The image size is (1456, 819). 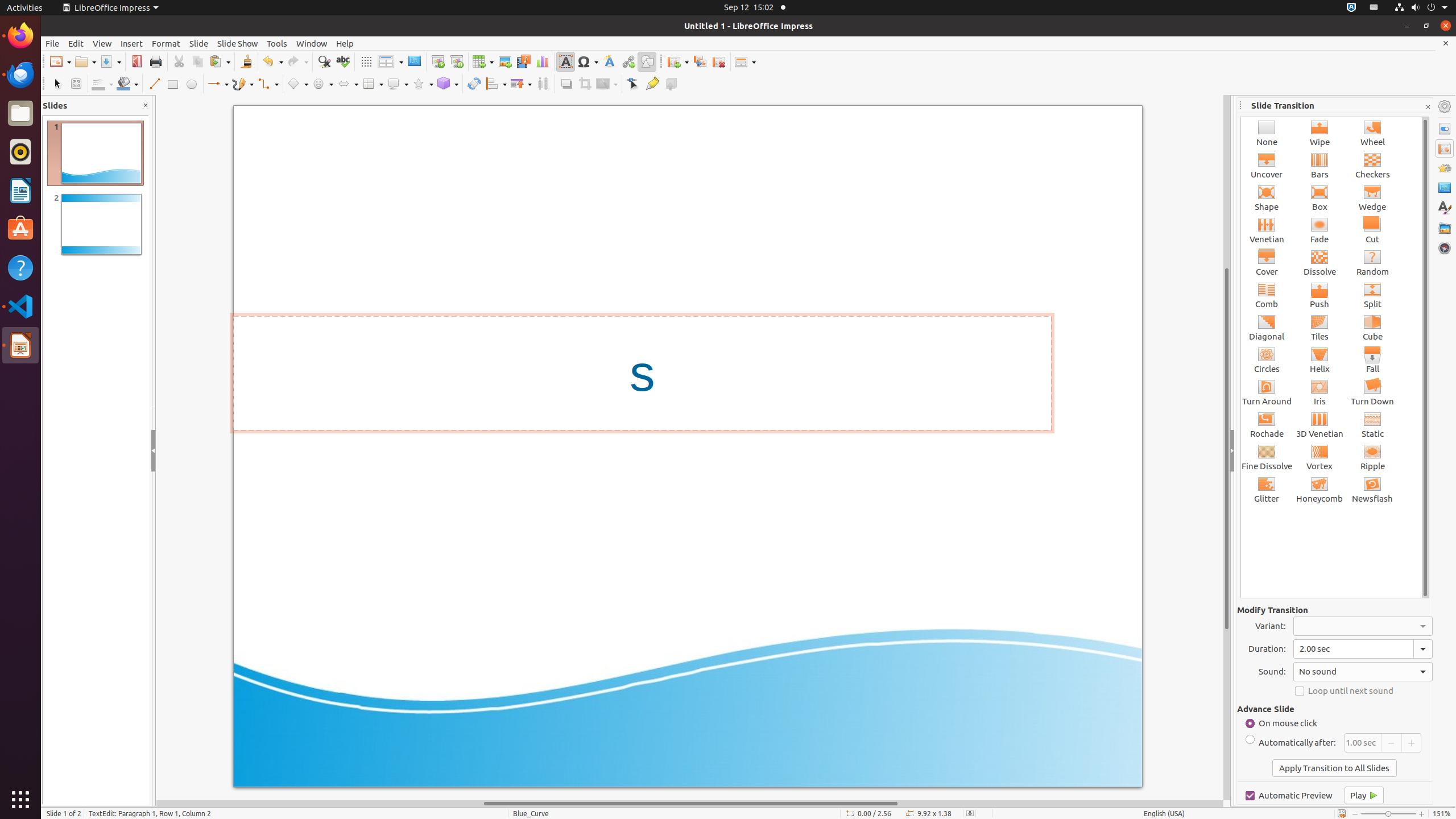 What do you see at coordinates (1363, 671) in the screenshot?
I see `'Sound:'` at bounding box center [1363, 671].